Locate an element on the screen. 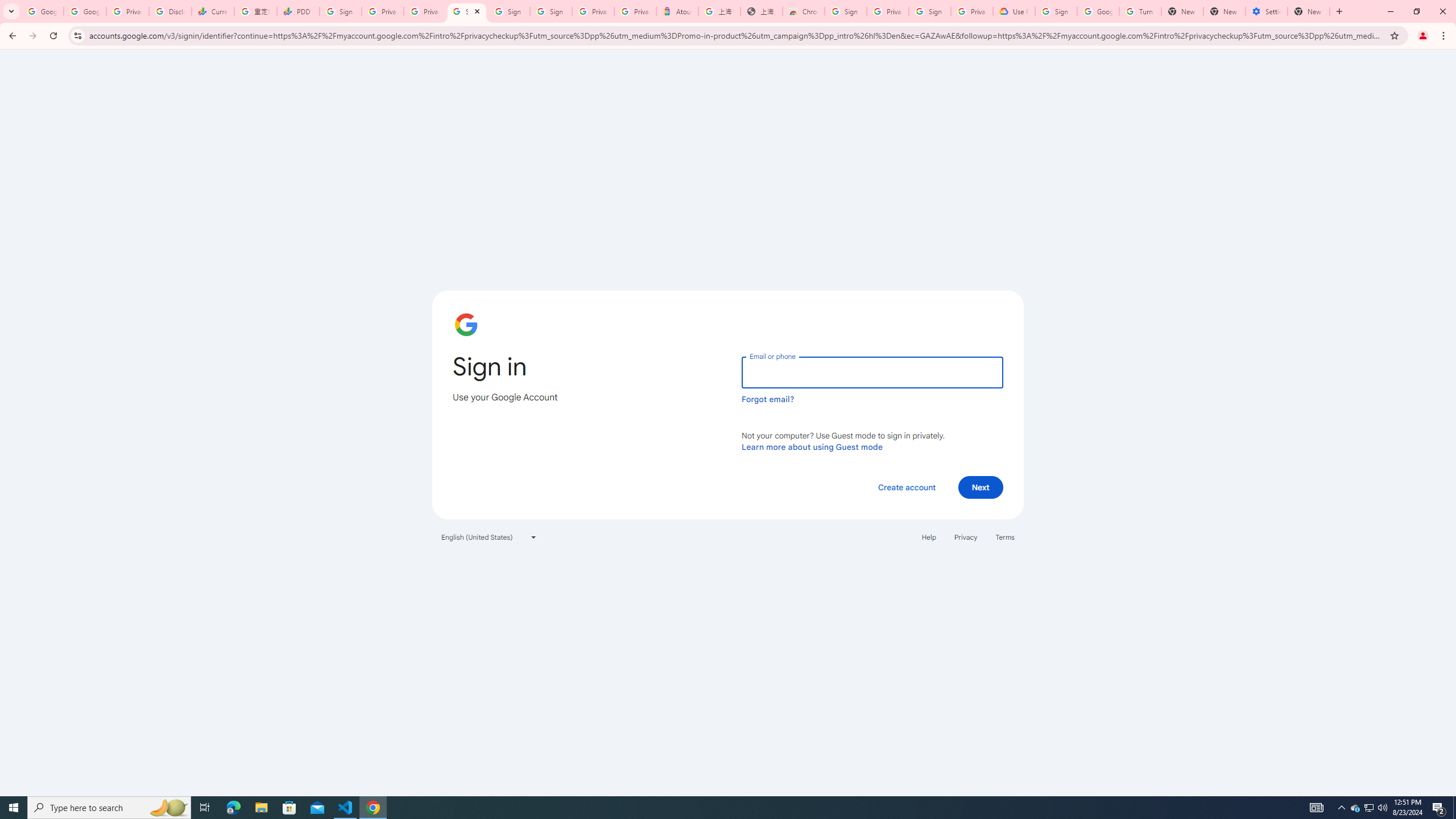  'New Tab' is located at coordinates (1308, 11).